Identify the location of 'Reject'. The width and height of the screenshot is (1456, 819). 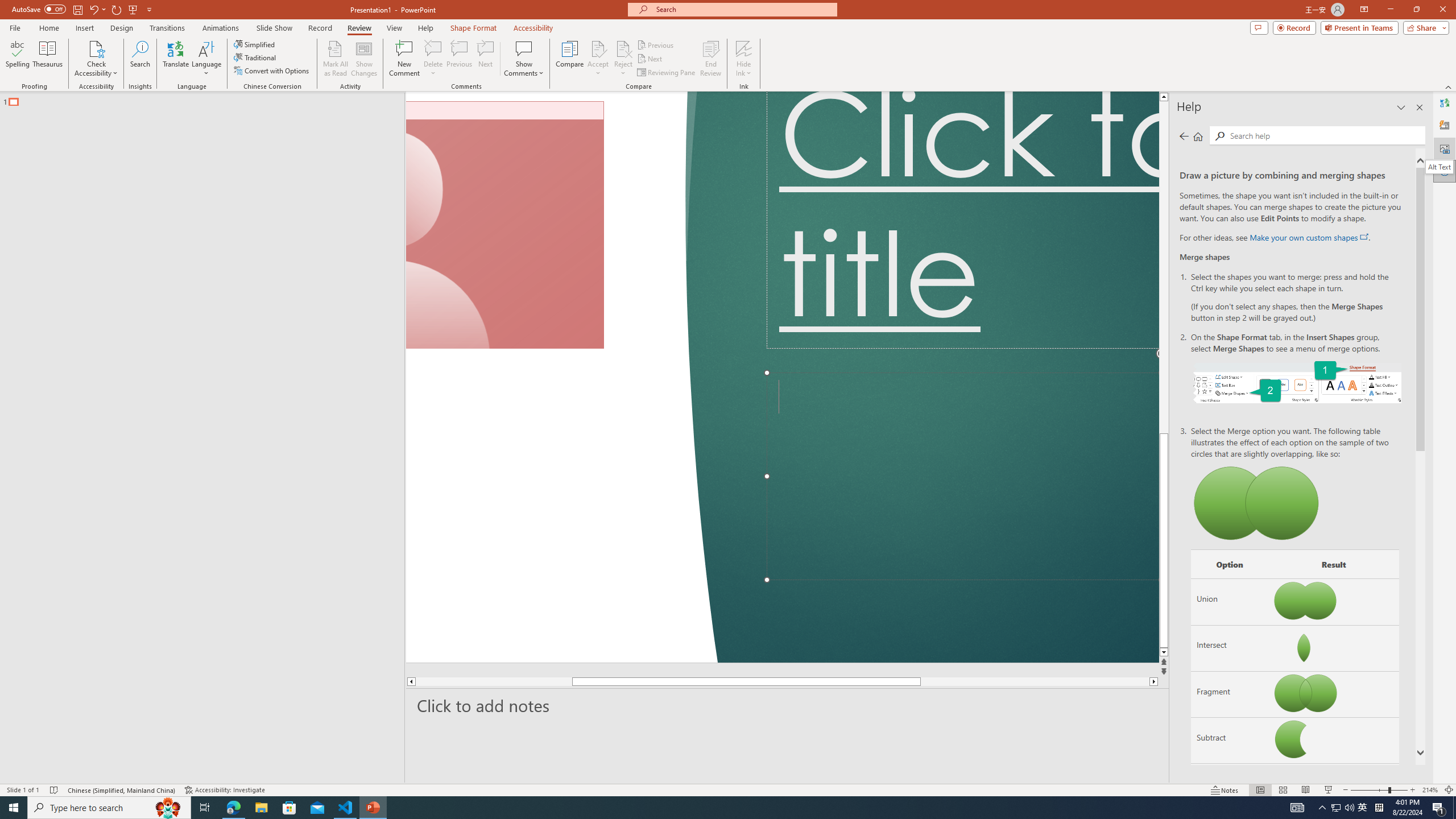
(622, 59).